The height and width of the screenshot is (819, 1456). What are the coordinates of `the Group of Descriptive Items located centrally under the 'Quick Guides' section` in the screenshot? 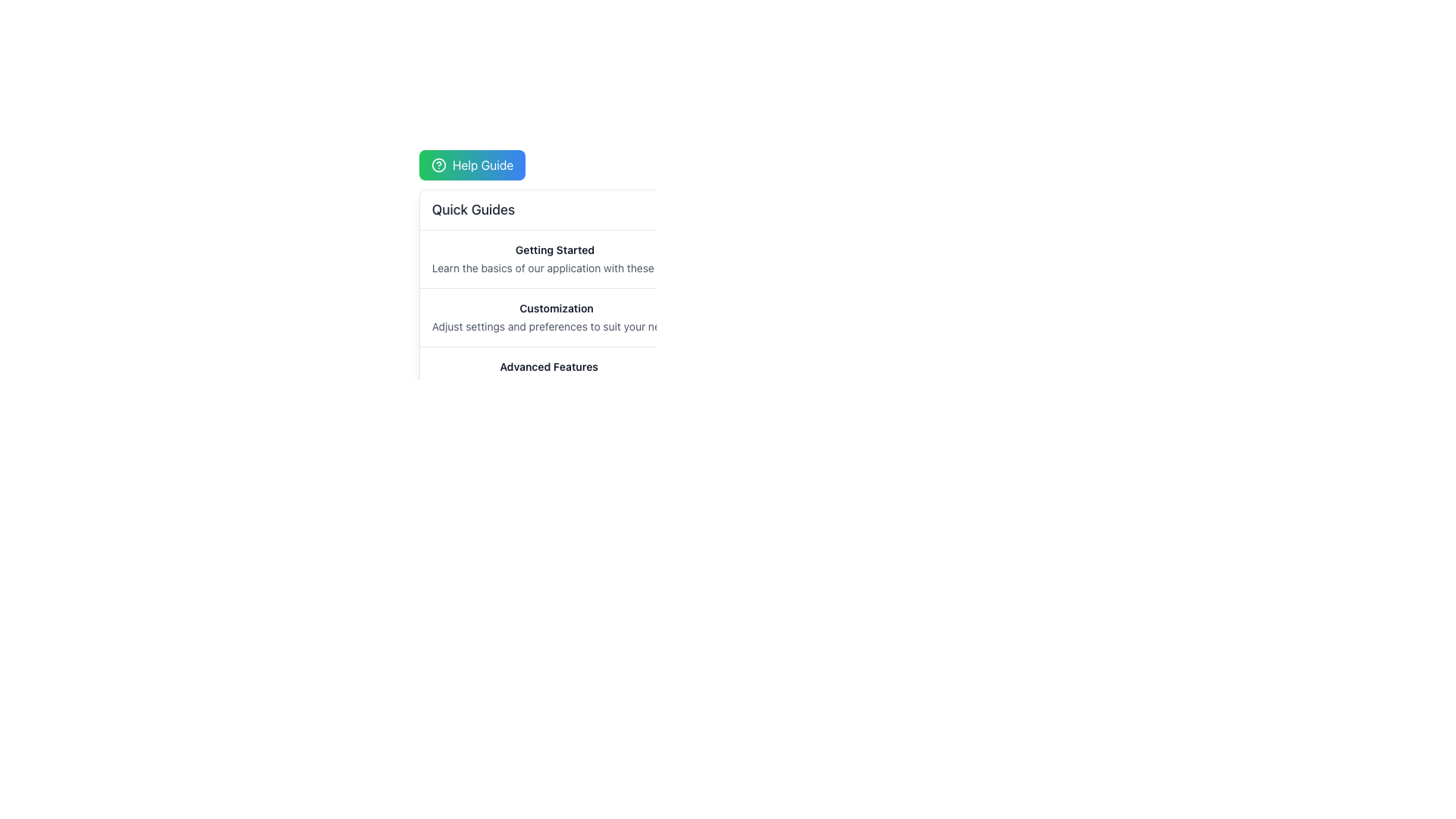 It's located at (563, 317).